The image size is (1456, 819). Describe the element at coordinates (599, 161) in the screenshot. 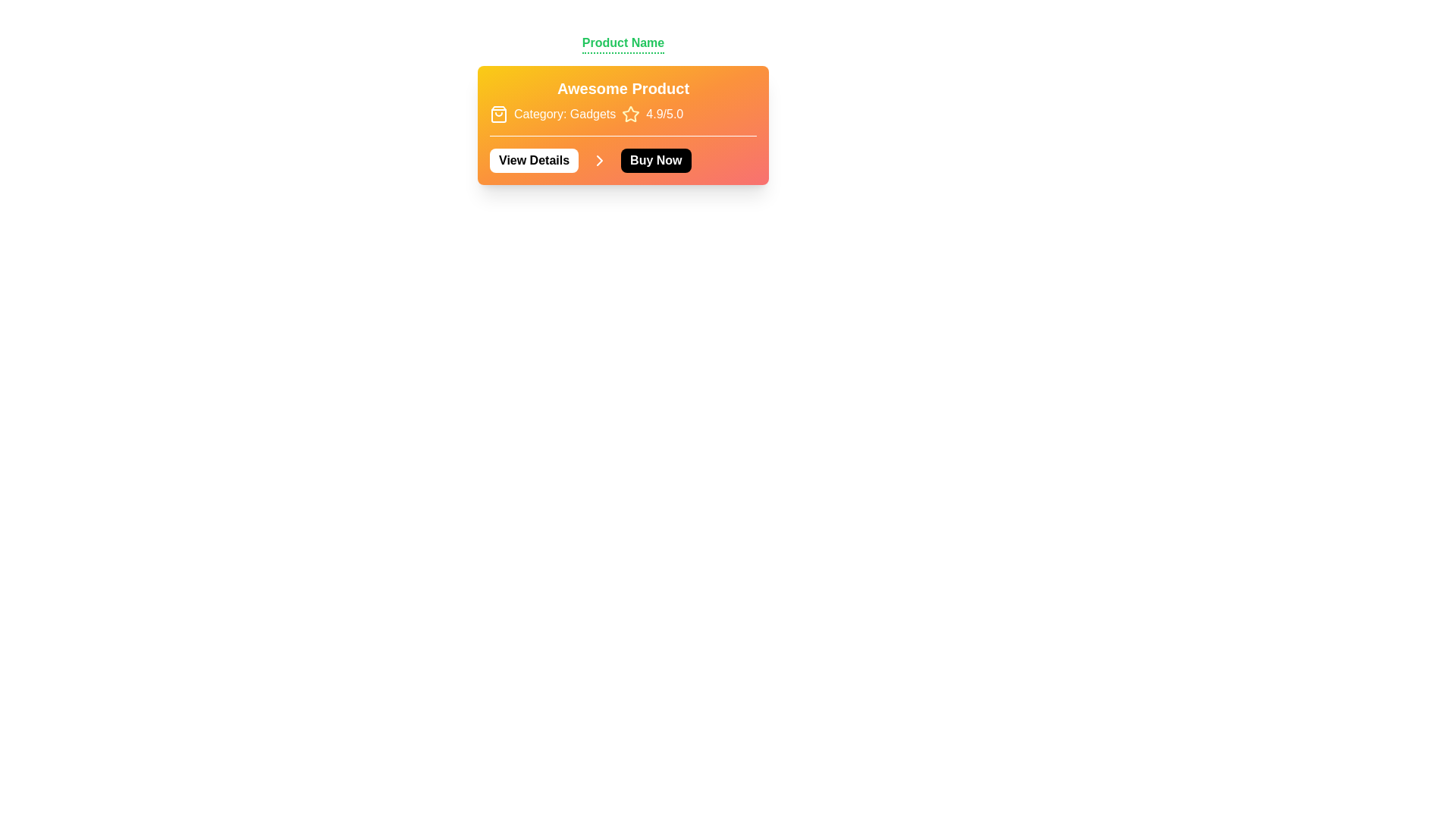

I see `the icon button located between the 'View Details' and 'Buy Now' buttons in the orange-shaded product description box` at that location.